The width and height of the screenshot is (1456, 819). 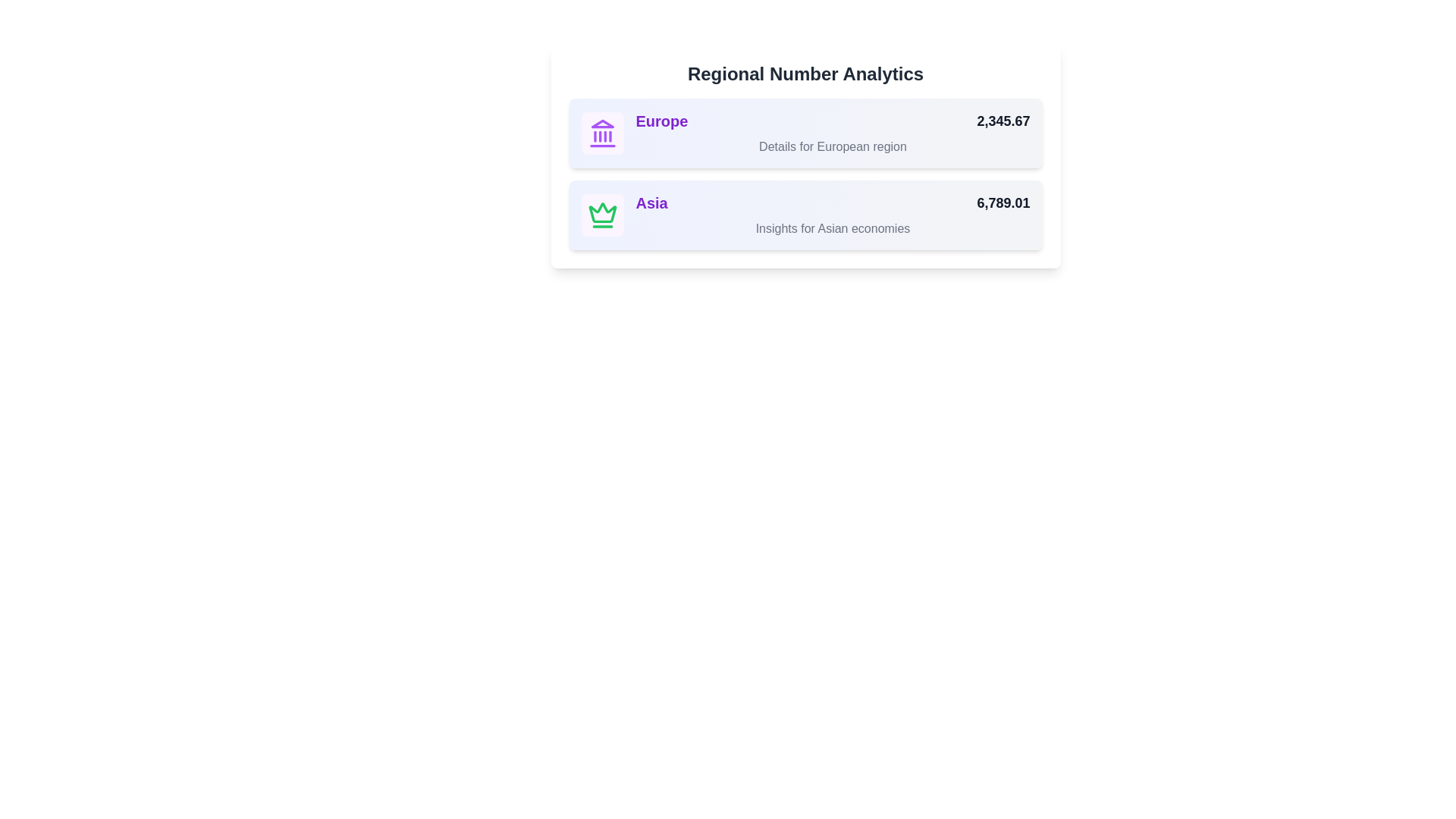 I want to click on the Text label identifying the region 'Asia', located in the second row next to the numerical value '6,789.01' and a crown icon, within the 'Regional Number Analytics' card-styled layout, so click(x=651, y=202).